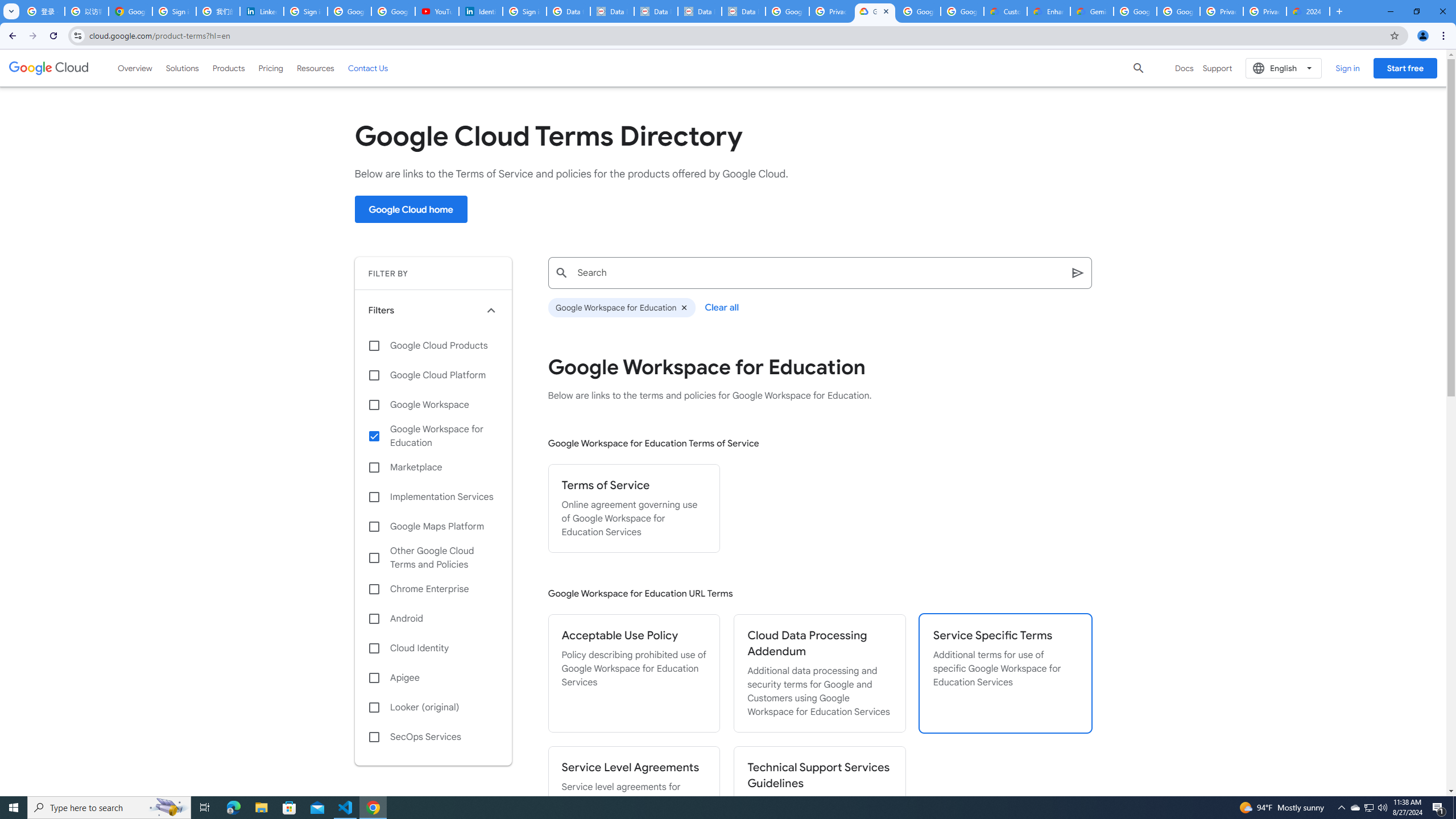  I want to click on 'Chrome Enterprise', so click(433, 589).